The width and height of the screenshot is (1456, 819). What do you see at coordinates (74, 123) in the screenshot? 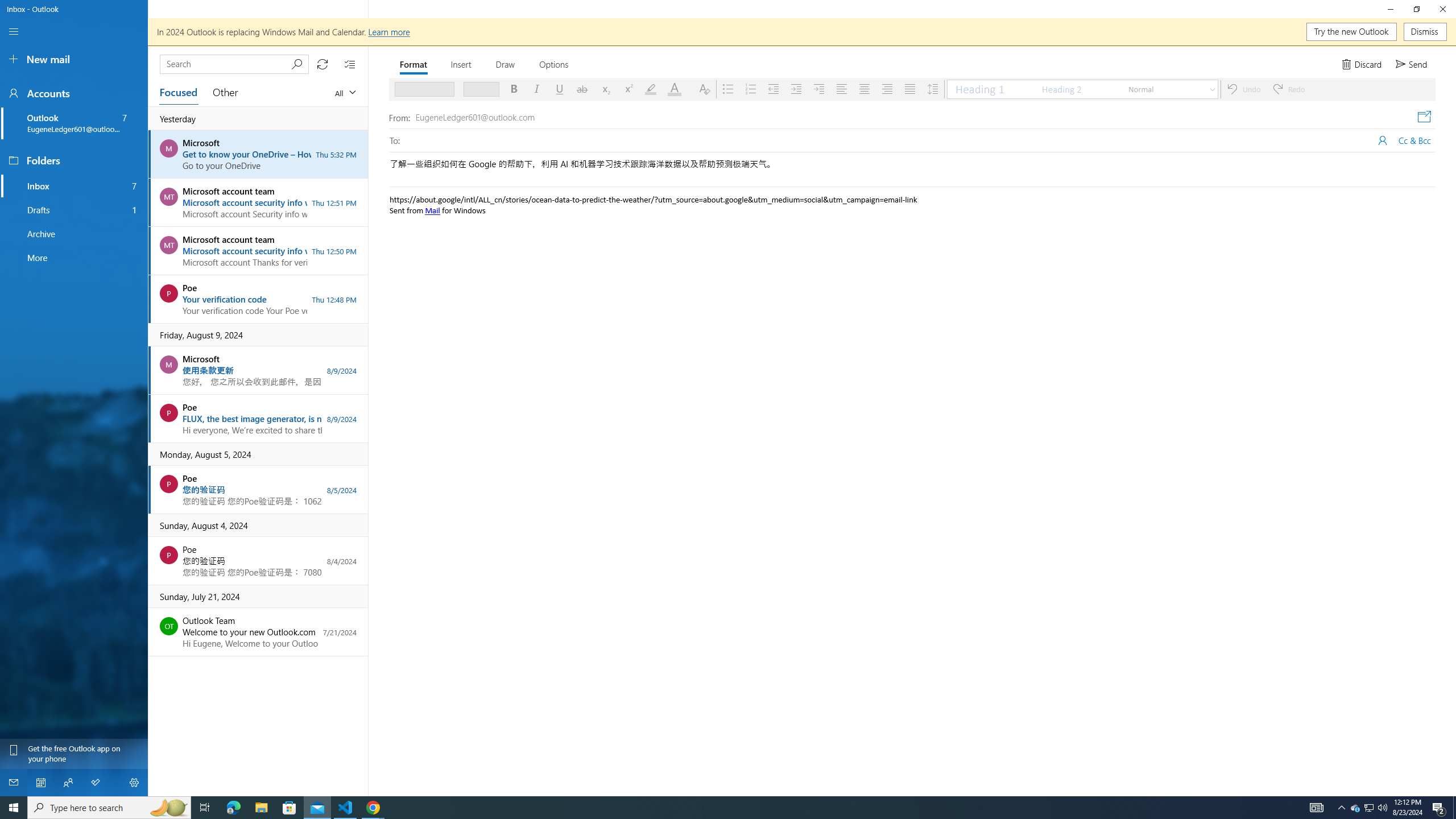
I see `'Outlook, EugeneLedger601@outlook.com, 7 unread'` at bounding box center [74, 123].